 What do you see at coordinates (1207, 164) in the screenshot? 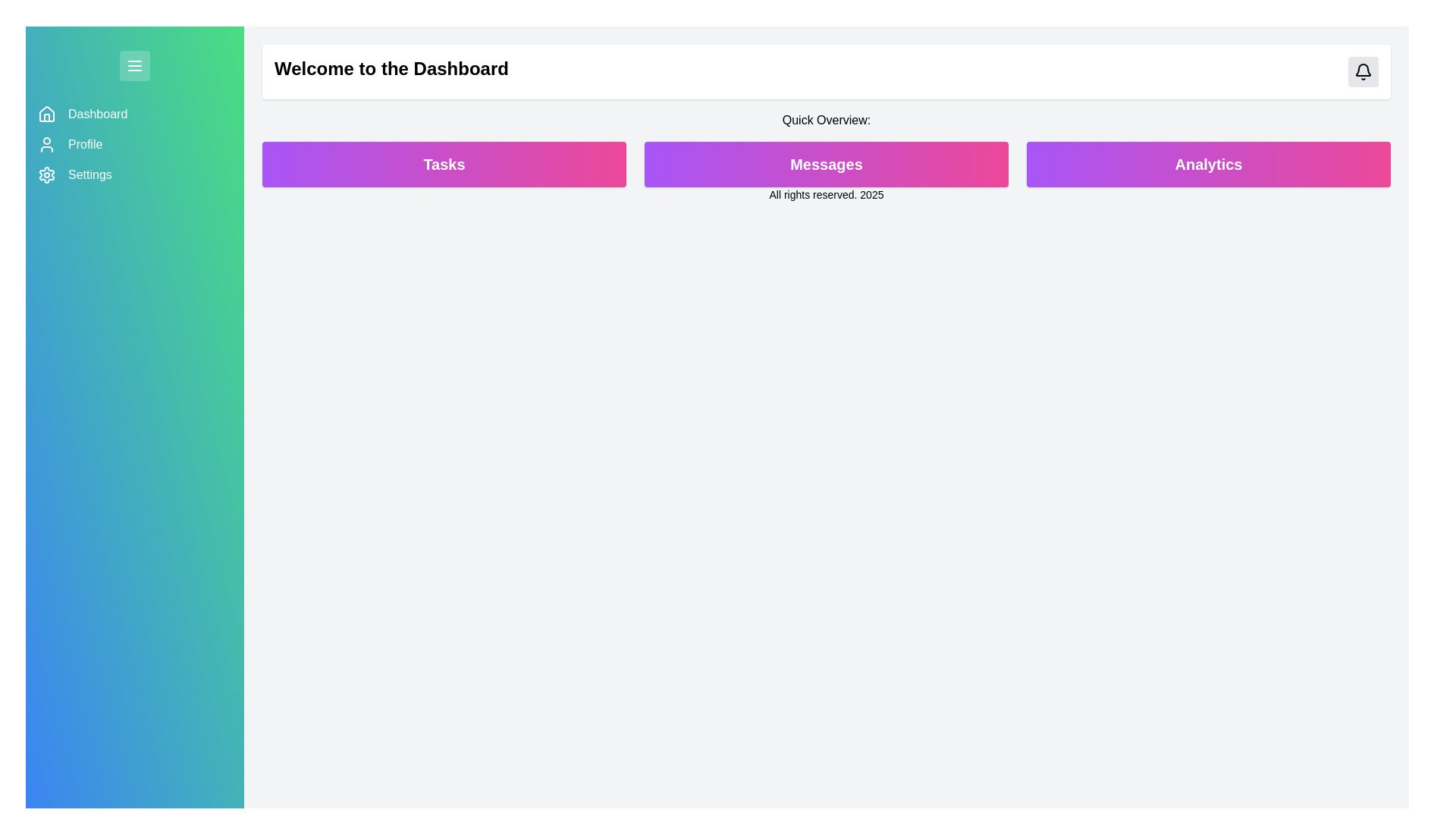
I see `the 'Analytics' text label, which serves as a descriptive title for its section, located at the rightmost side of the row with similar sections like 'Tasks' and 'Messages'` at bounding box center [1207, 164].